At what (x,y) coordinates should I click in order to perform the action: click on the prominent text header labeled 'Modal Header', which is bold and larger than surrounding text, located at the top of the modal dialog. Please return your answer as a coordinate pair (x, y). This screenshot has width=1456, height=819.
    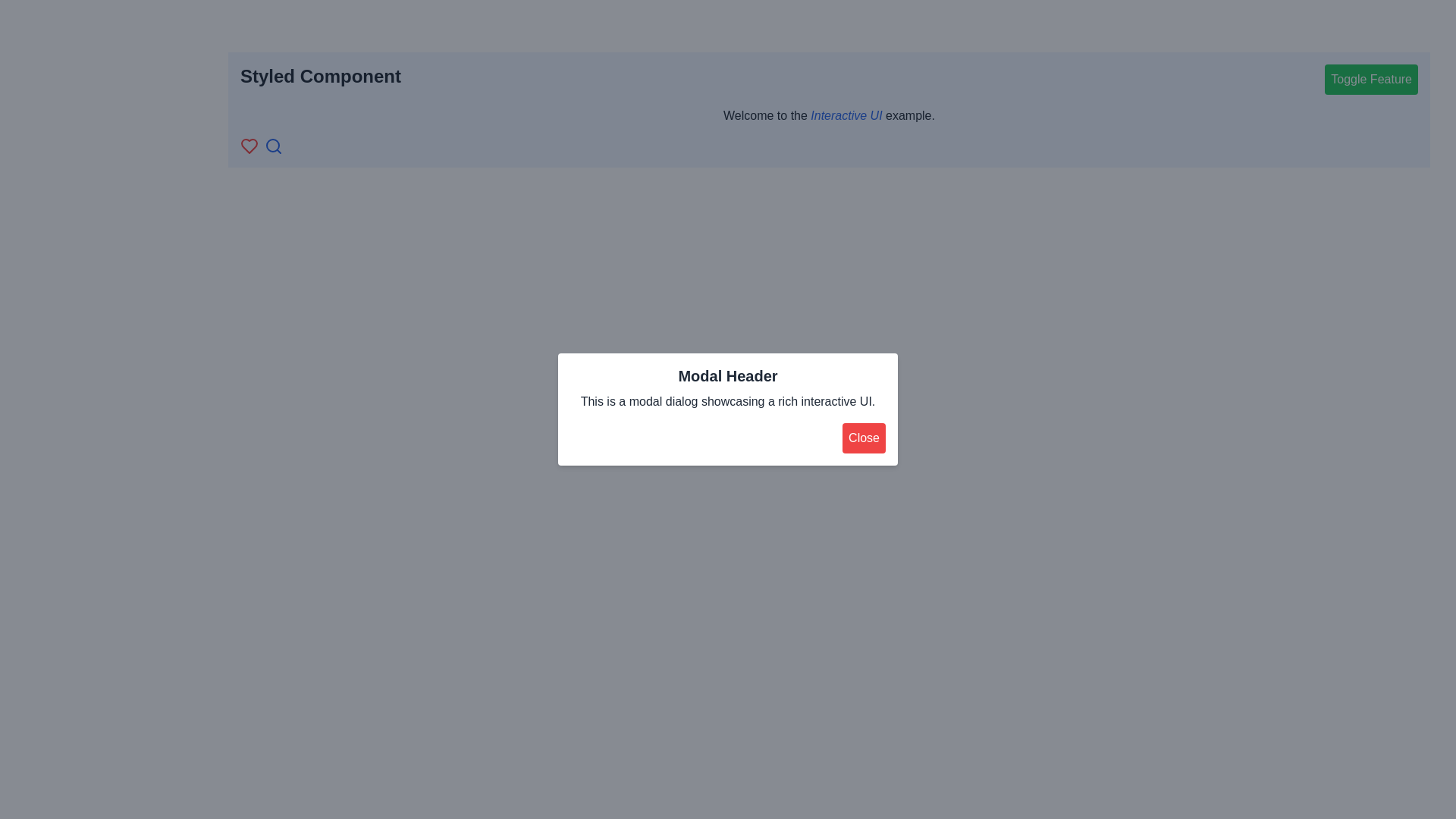
    Looking at the image, I should click on (728, 375).